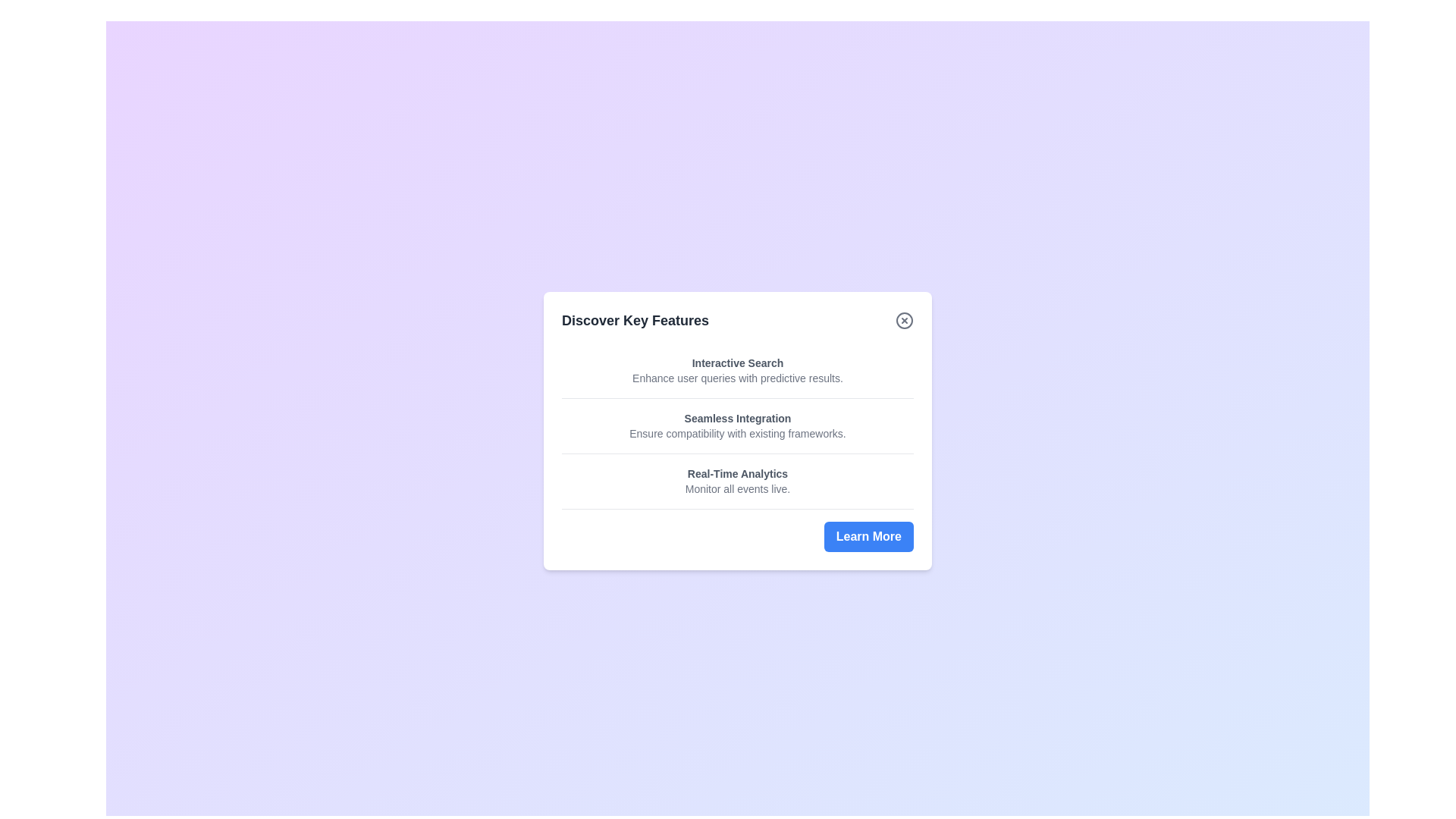 The height and width of the screenshot is (819, 1456). Describe the element at coordinates (868, 535) in the screenshot. I see `the 'Learn More' button to trigger its associated action` at that location.